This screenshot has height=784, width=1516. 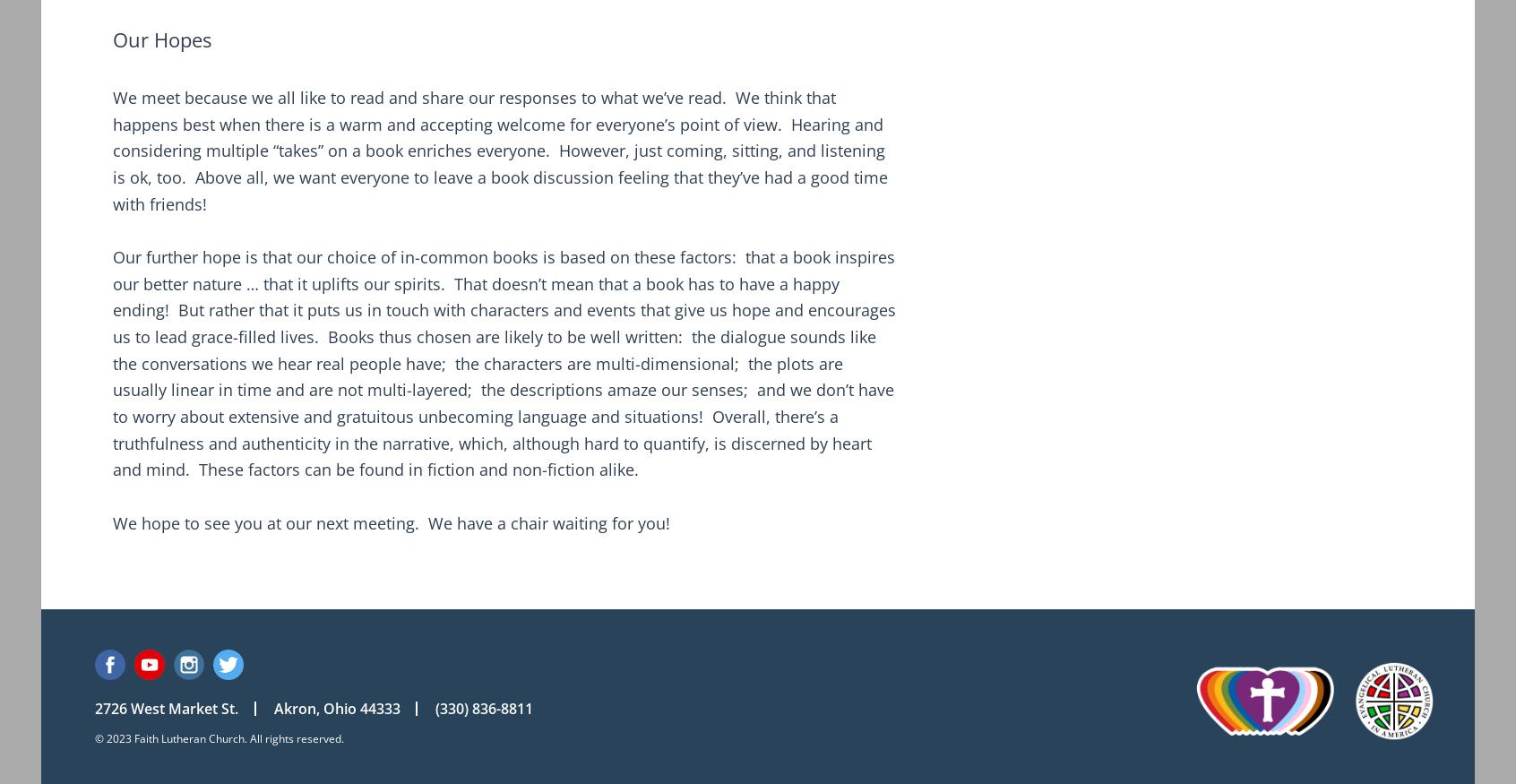 I want to click on '44333', so click(x=379, y=707).